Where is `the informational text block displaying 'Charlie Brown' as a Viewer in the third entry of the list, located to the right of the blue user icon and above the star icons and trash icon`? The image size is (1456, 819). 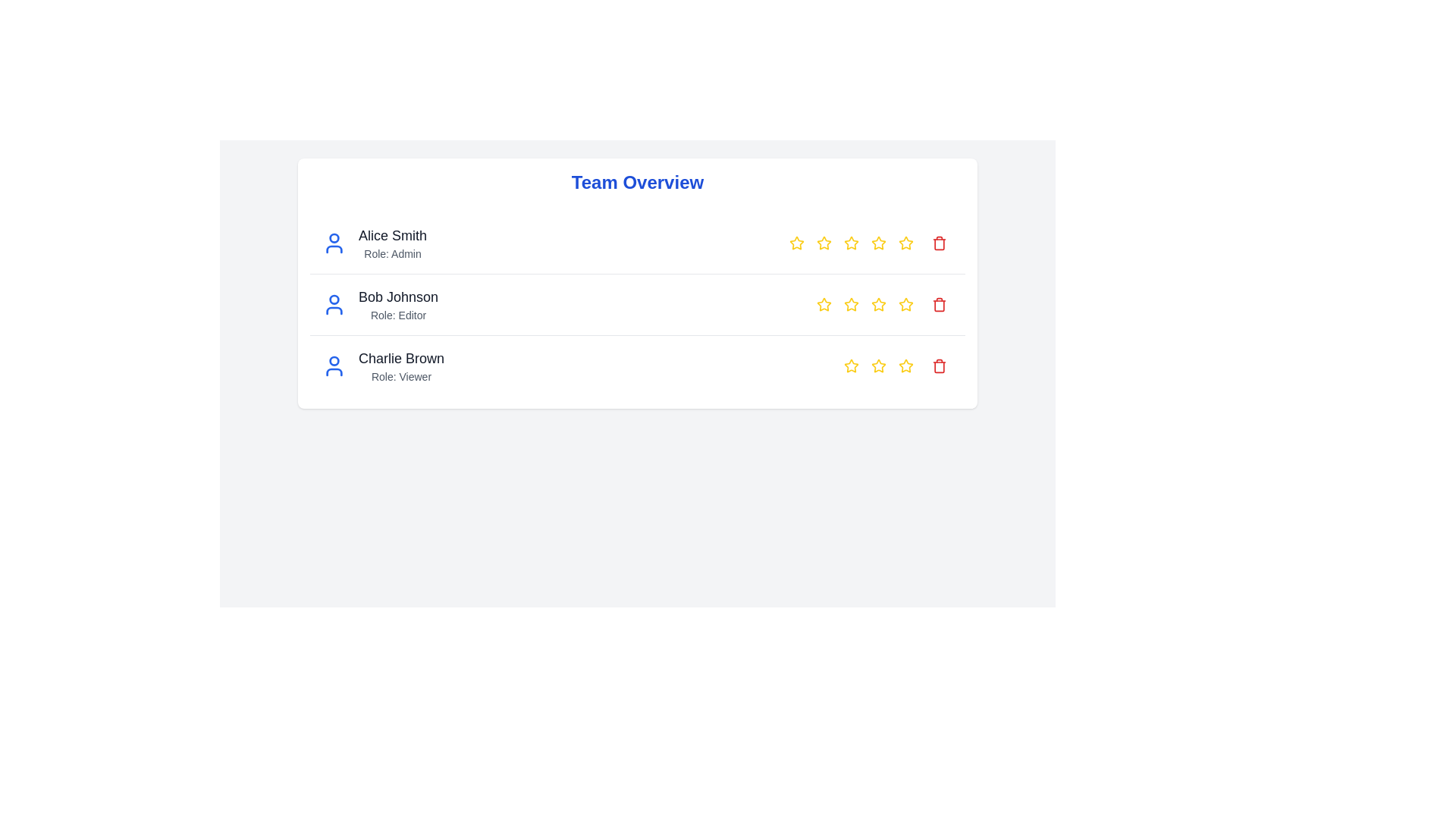 the informational text block displaying 'Charlie Brown' as a Viewer in the third entry of the list, located to the right of the blue user icon and above the star icons and trash icon is located at coordinates (401, 366).